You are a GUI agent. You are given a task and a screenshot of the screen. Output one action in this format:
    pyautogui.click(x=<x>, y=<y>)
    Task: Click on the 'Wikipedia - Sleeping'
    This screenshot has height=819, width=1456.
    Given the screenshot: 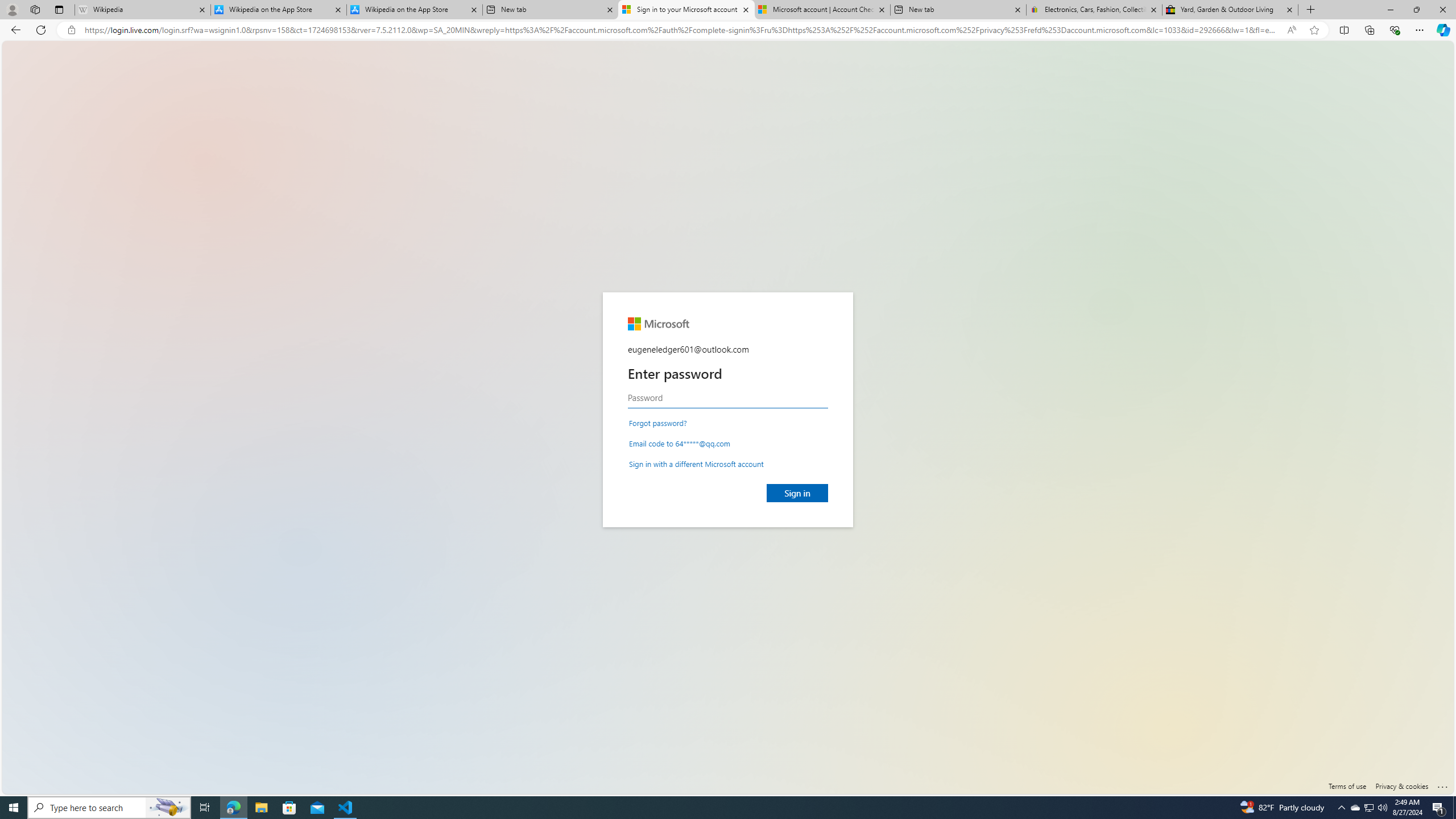 What is the action you would take?
    pyautogui.click(x=142, y=9)
    